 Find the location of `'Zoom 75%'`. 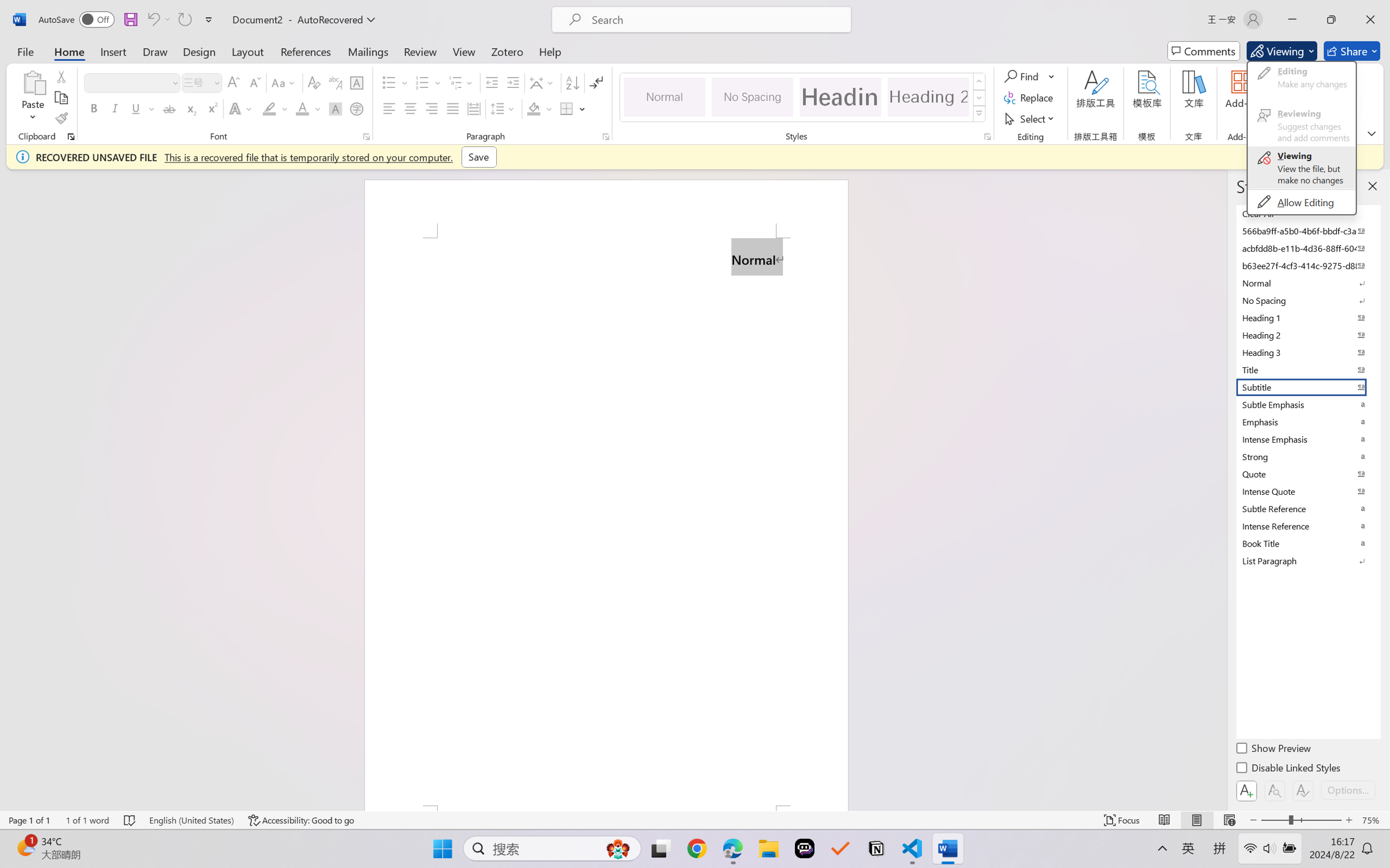

'Zoom 75%' is located at coordinates (1373, 820).